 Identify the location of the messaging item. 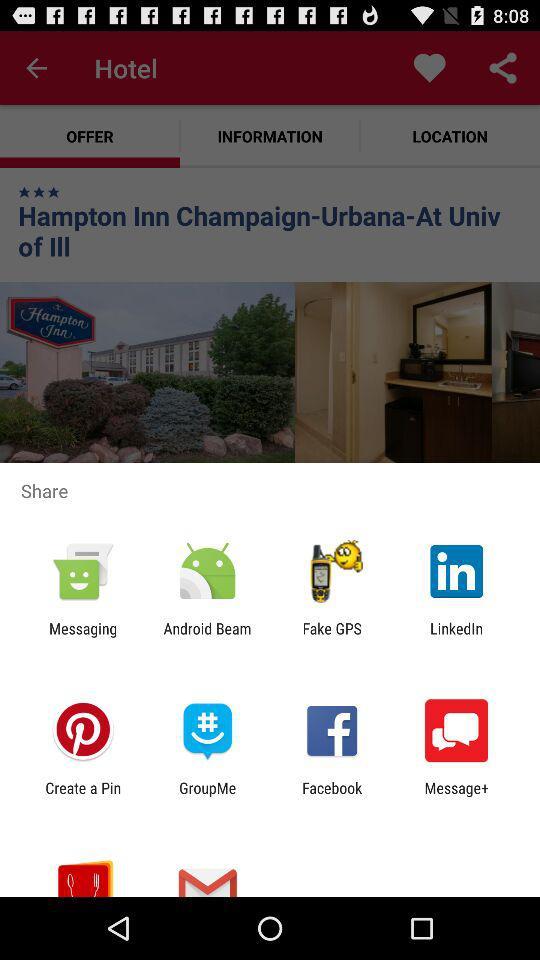
(82, 636).